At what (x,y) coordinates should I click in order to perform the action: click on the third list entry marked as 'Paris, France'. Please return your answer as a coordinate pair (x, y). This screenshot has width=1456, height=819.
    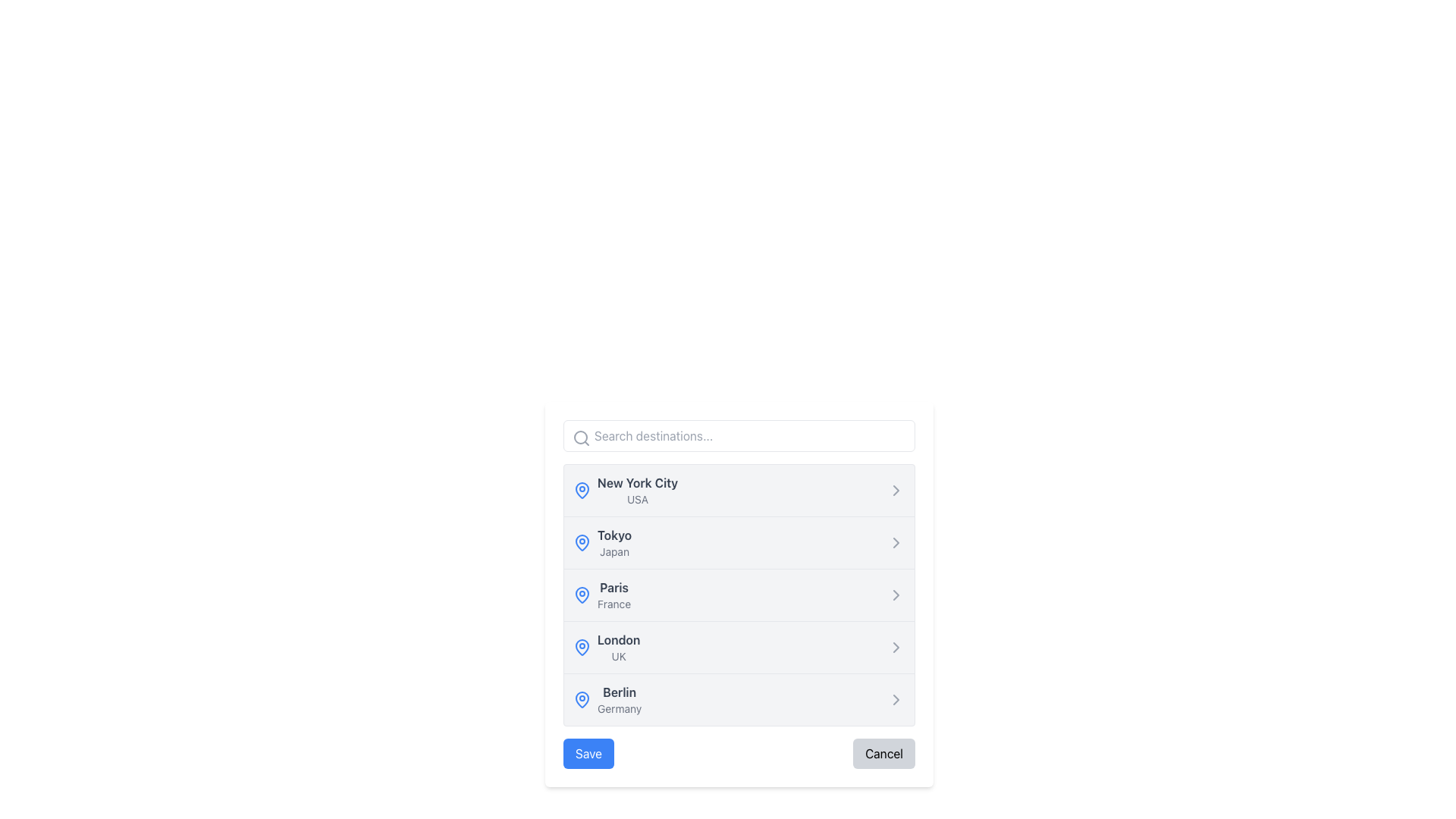
    Looking at the image, I should click on (739, 593).